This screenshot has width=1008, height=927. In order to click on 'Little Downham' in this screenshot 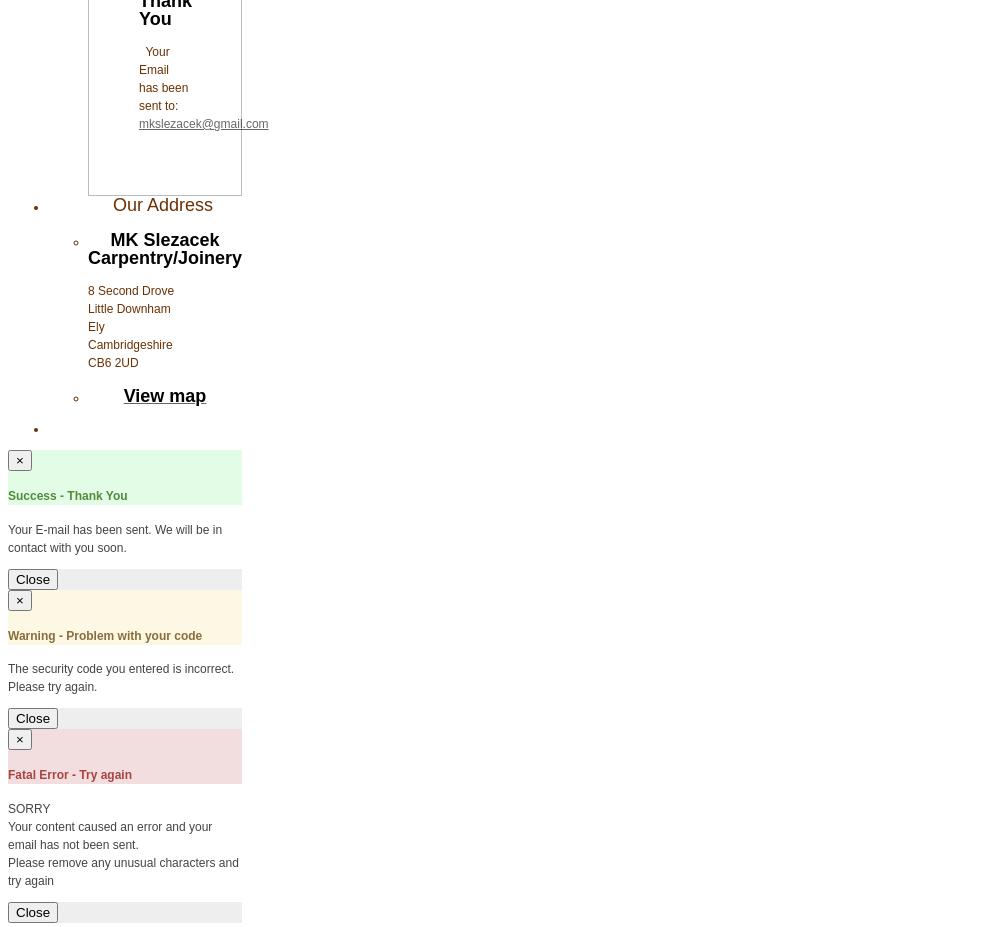, I will do `click(129, 308)`.